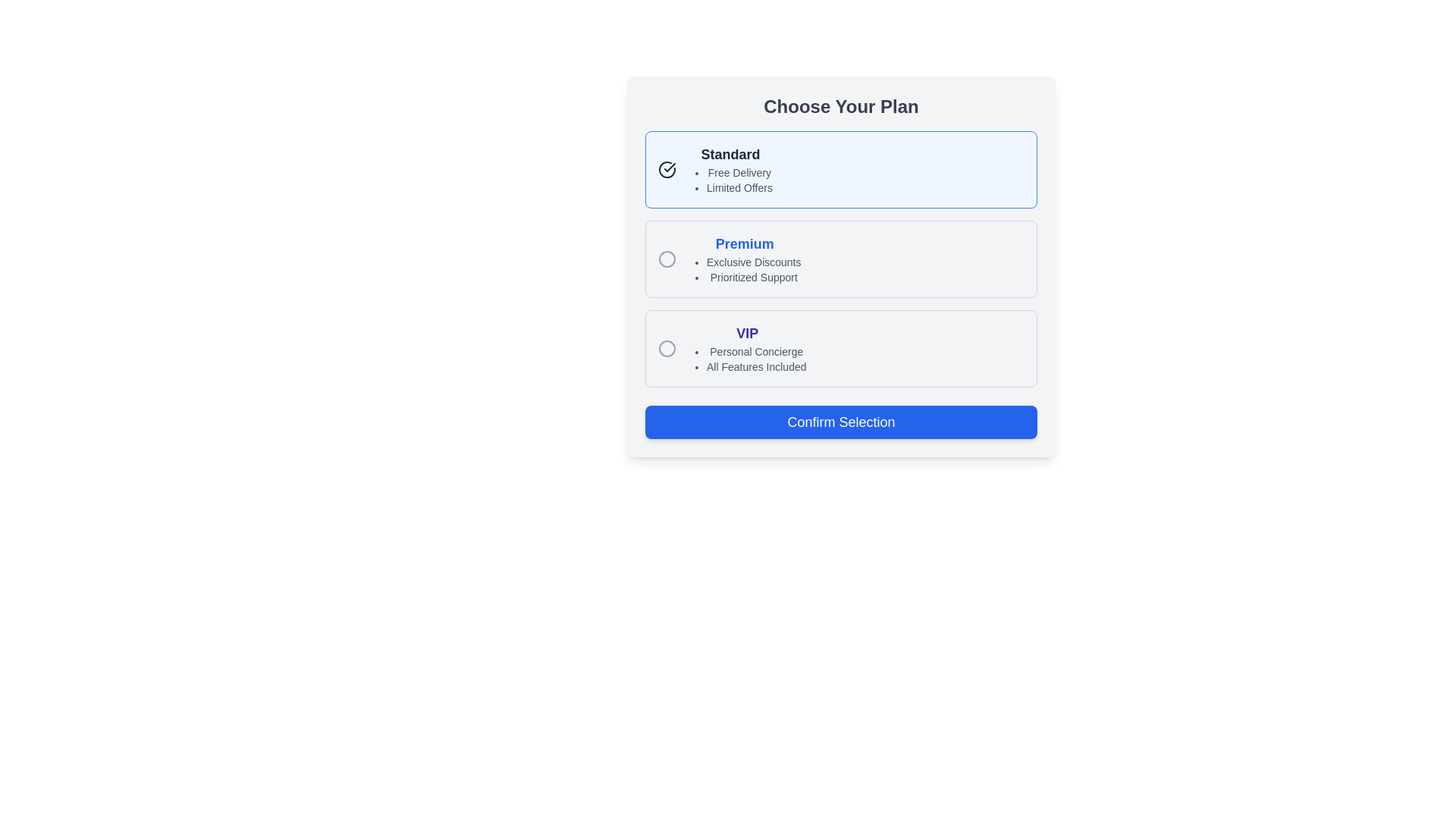 Image resolution: width=1456 pixels, height=819 pixels. Describe the element at coordinates (739, 171) in the screenshot. I see `the first text item in the bulleted list under the 'Standard' plan option, which describes the 'Free Delivery' feature` at that location.